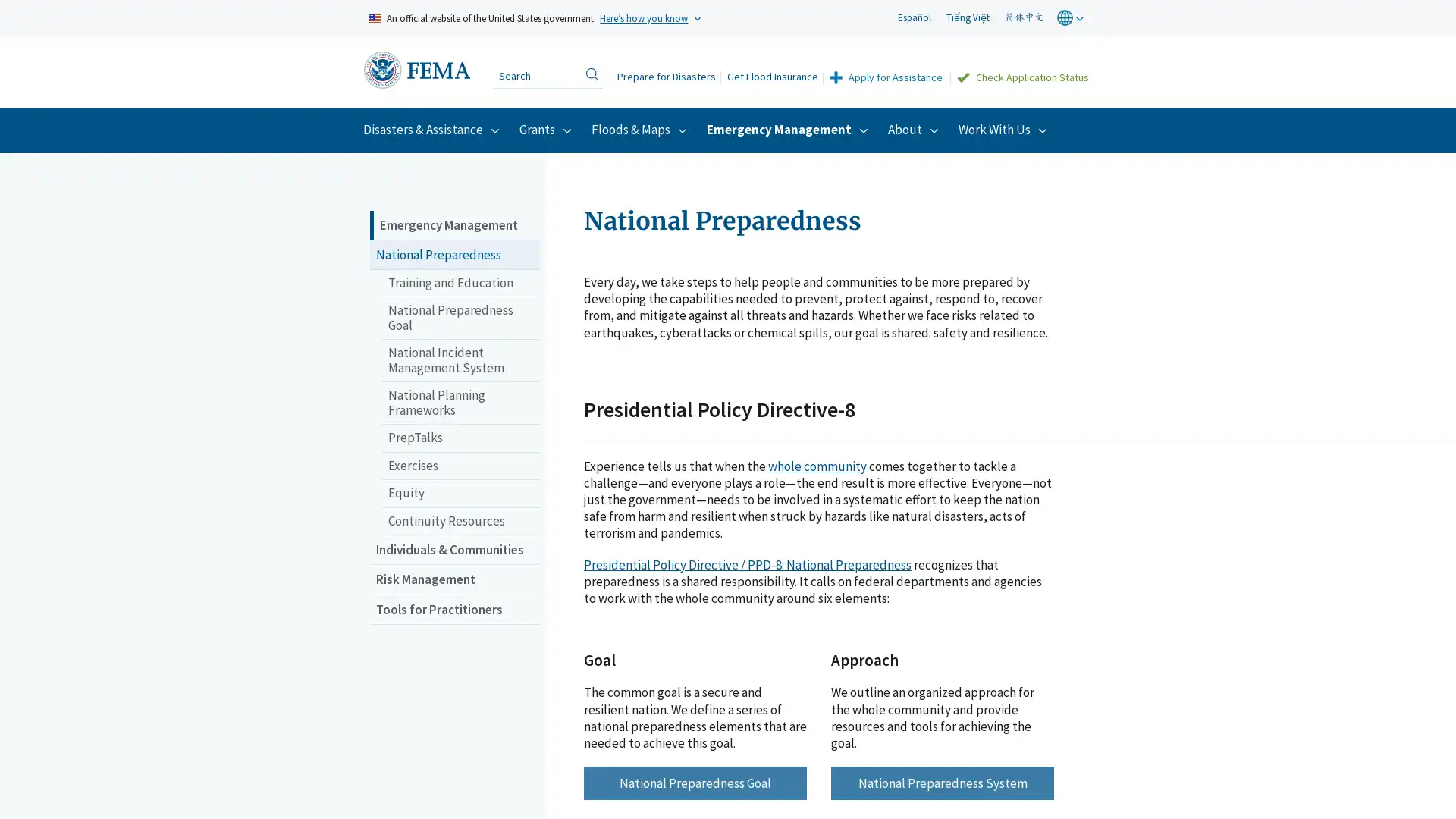 The image size is (1456, 819). I want to click on world globe, so click(1072, 17).